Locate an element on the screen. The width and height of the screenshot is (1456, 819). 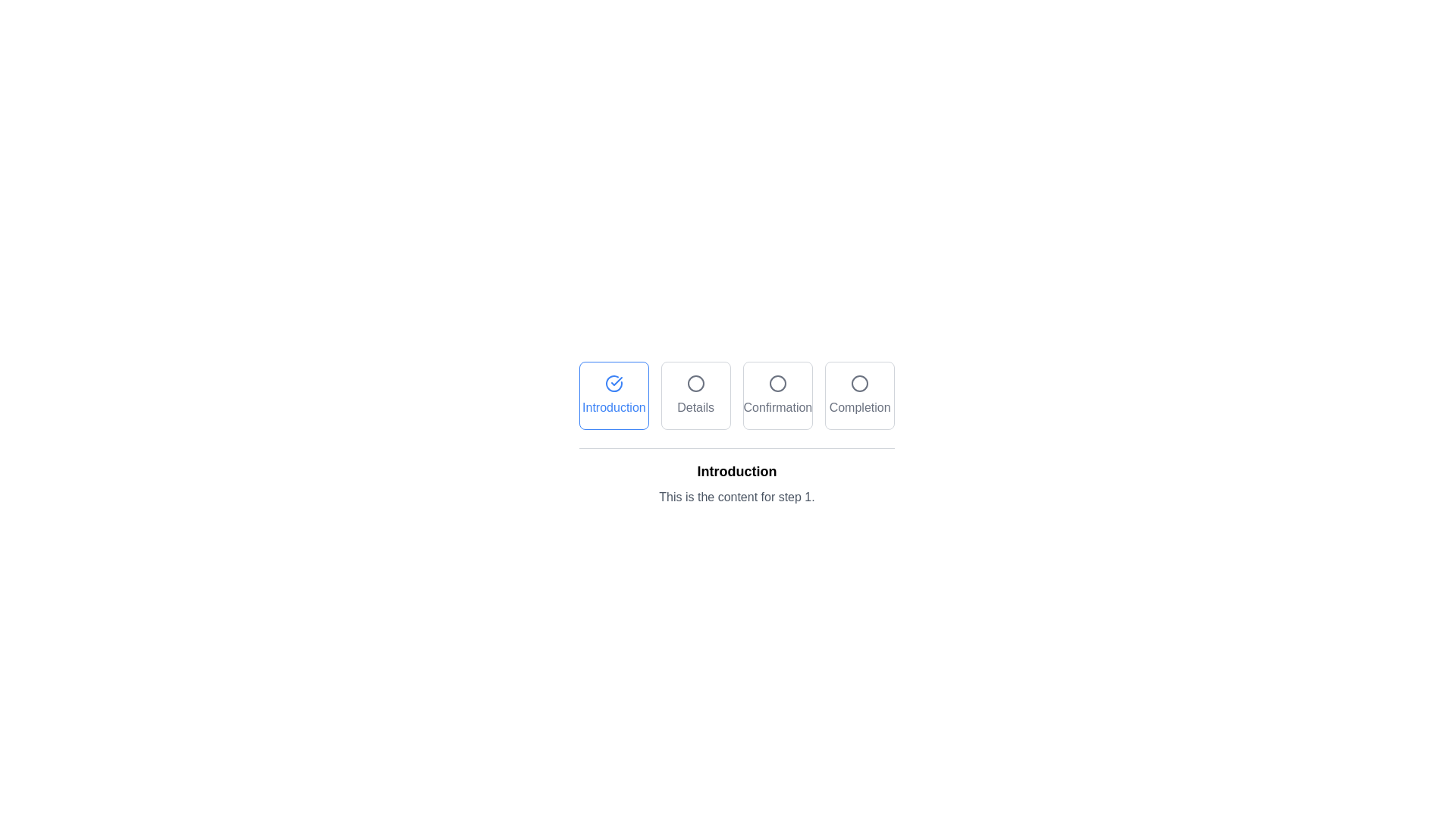
the text label displaying 'Introduction', which is styled in bold blue and located at the center-bottom of the corresponding rectangular button in the top center of the layout is located at coordinates (613, 406).